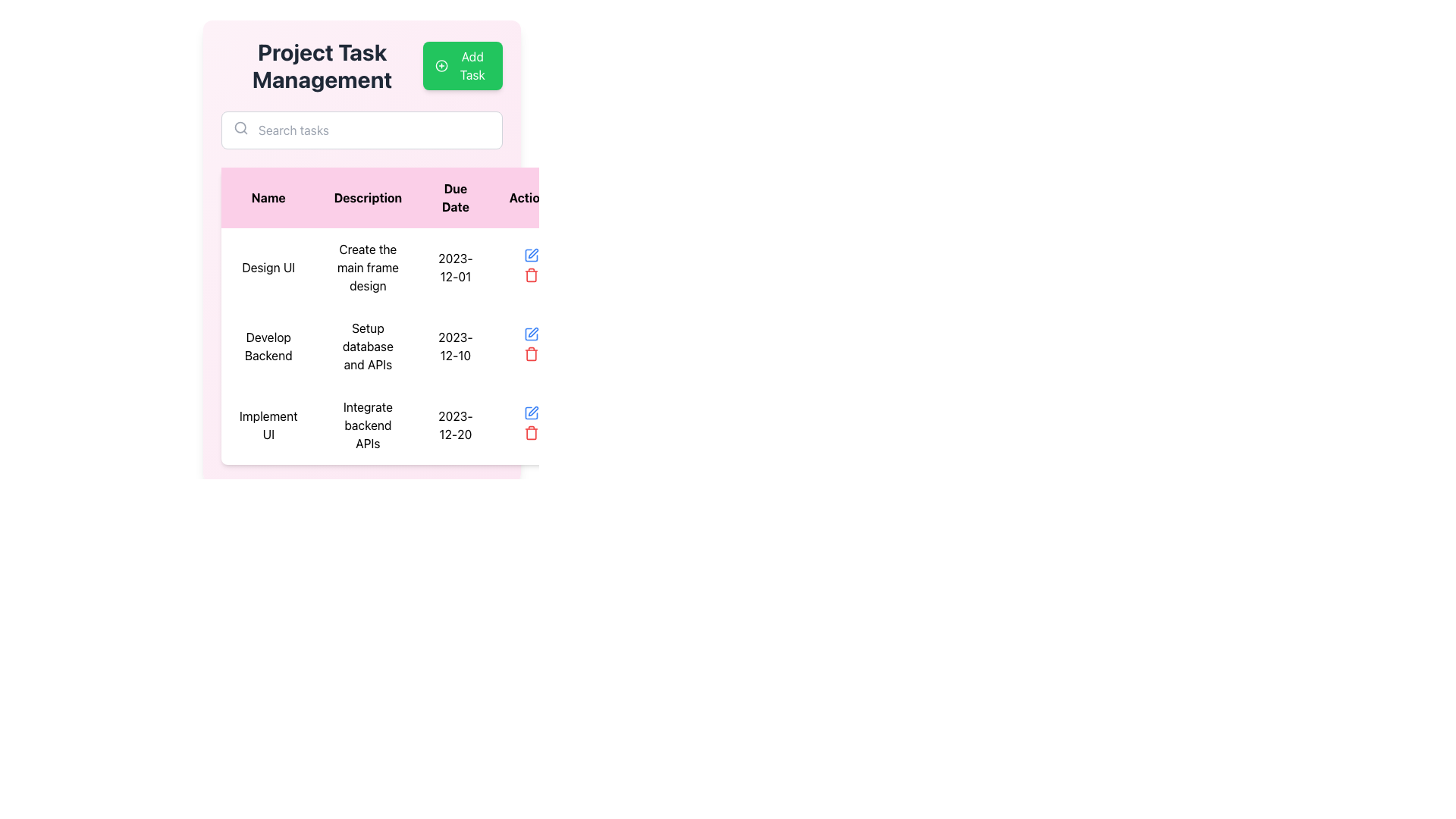  I want to click on the editing icon in the Actions column of the third row associated with the 'Implement UI' task, so click(531, 413).